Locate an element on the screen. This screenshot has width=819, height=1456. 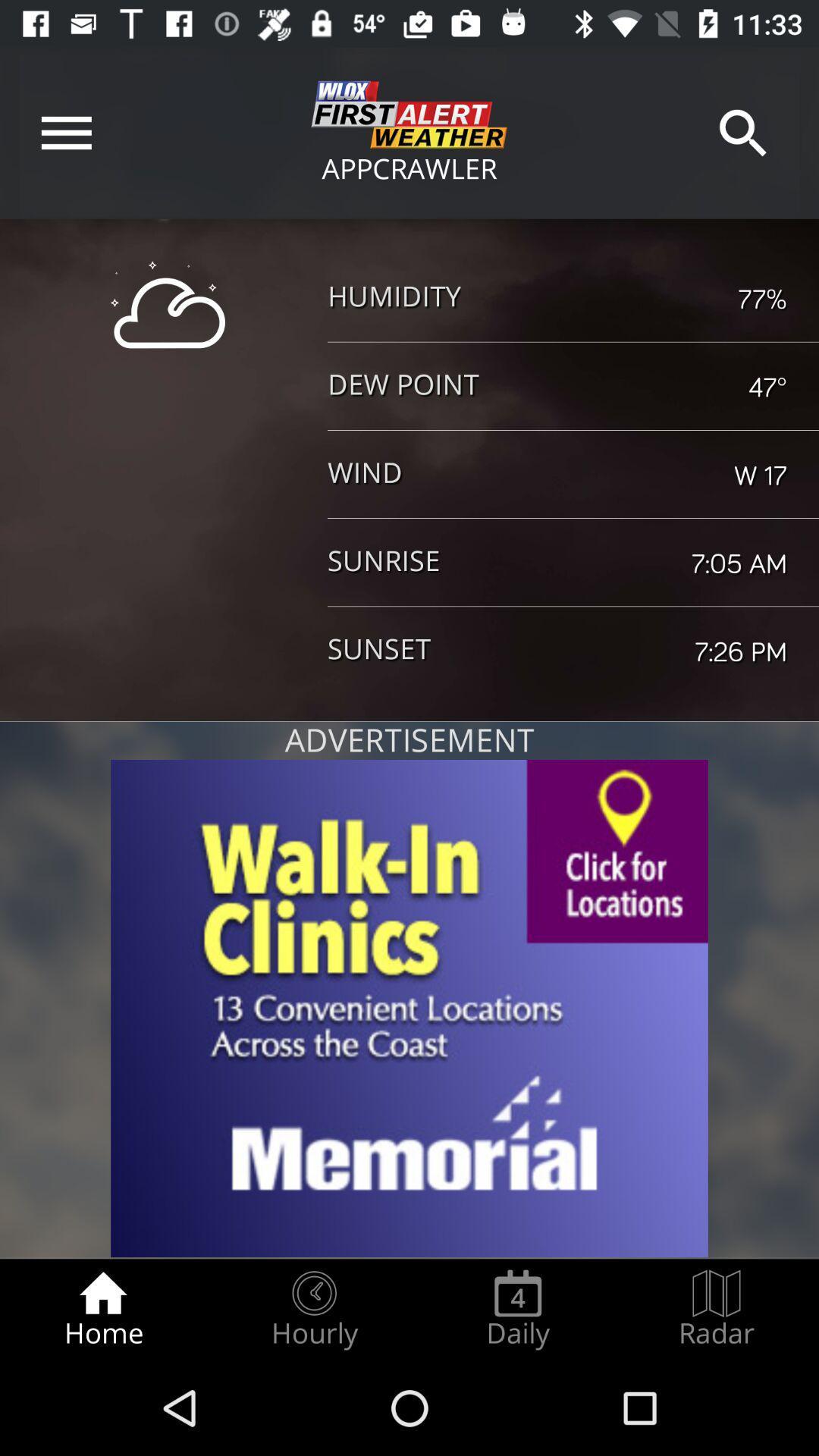
home is located at coordinates (102, 1309).